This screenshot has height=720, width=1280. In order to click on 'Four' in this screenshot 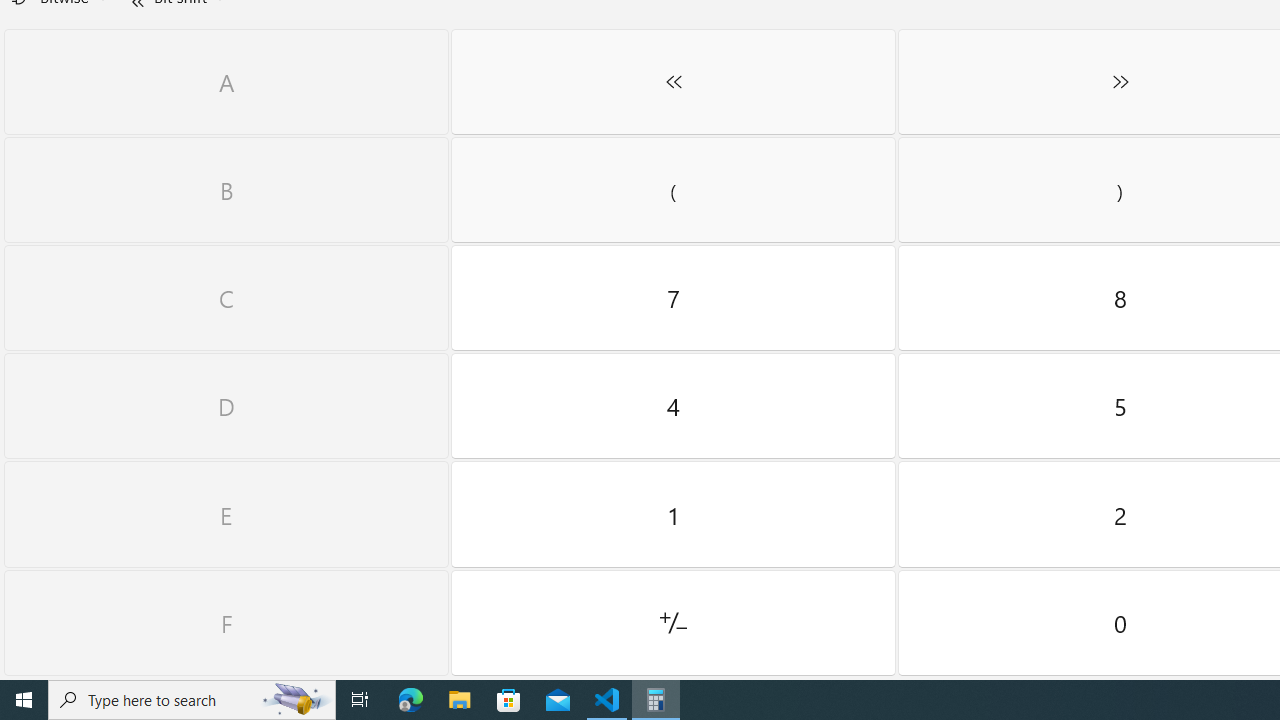, I will do `click(673, 405)`.